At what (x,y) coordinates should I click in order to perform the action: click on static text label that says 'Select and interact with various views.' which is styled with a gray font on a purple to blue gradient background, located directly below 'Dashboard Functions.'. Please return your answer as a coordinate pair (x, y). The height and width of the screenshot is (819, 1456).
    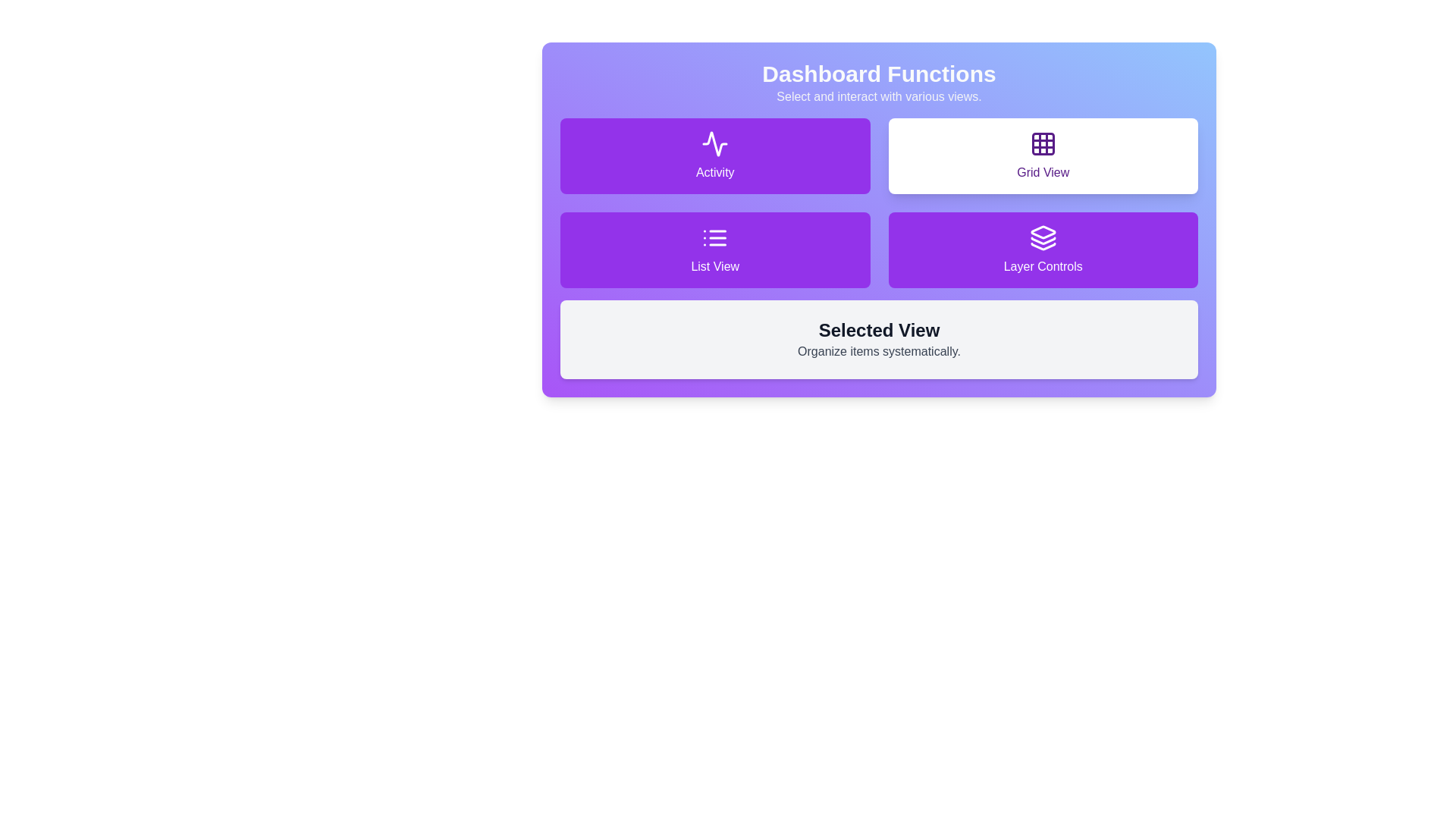
    Looking at the image, I should click on (879, 96).